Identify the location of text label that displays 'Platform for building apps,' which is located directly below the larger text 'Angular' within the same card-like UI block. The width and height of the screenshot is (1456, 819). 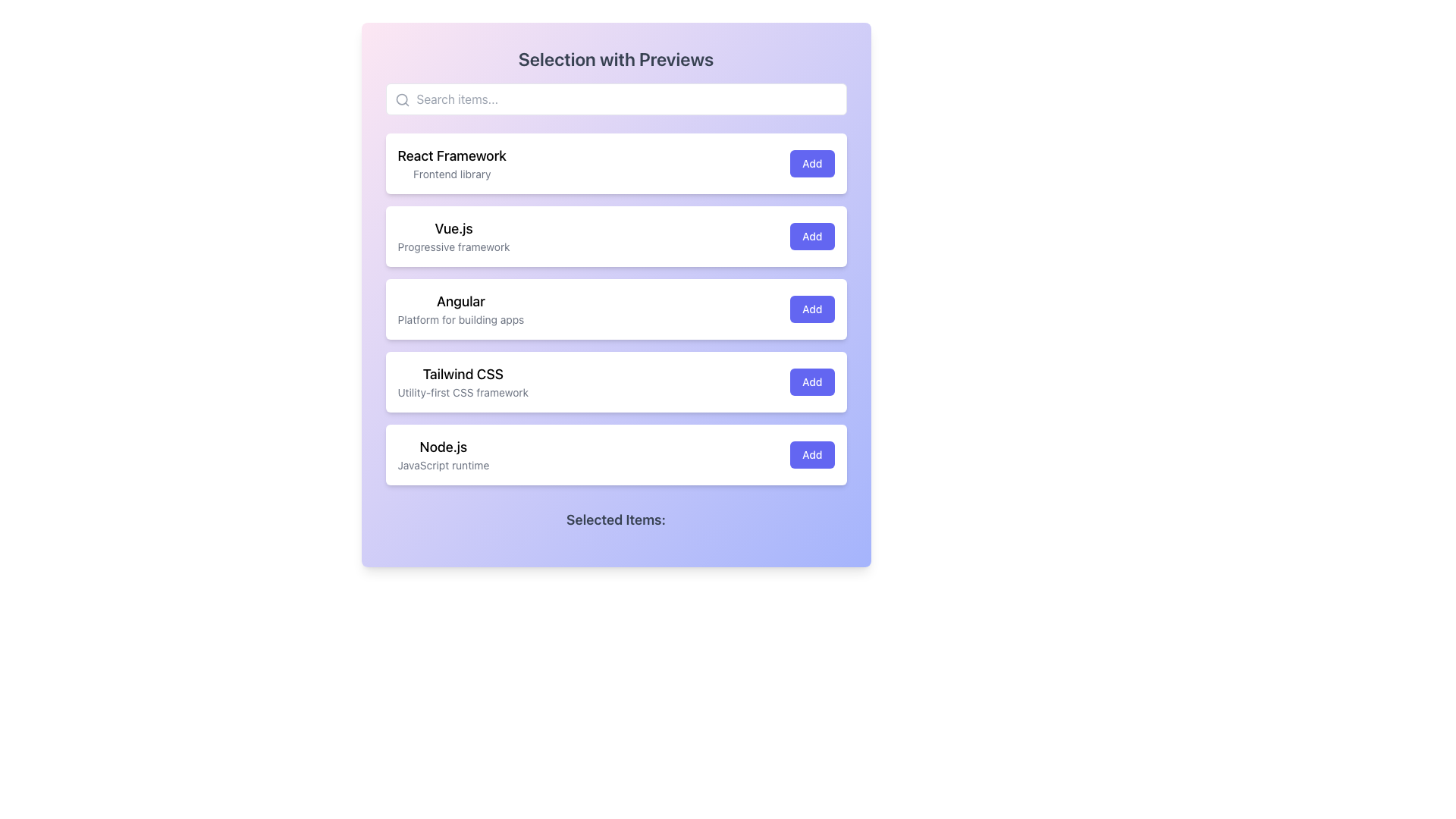
(460, 318).